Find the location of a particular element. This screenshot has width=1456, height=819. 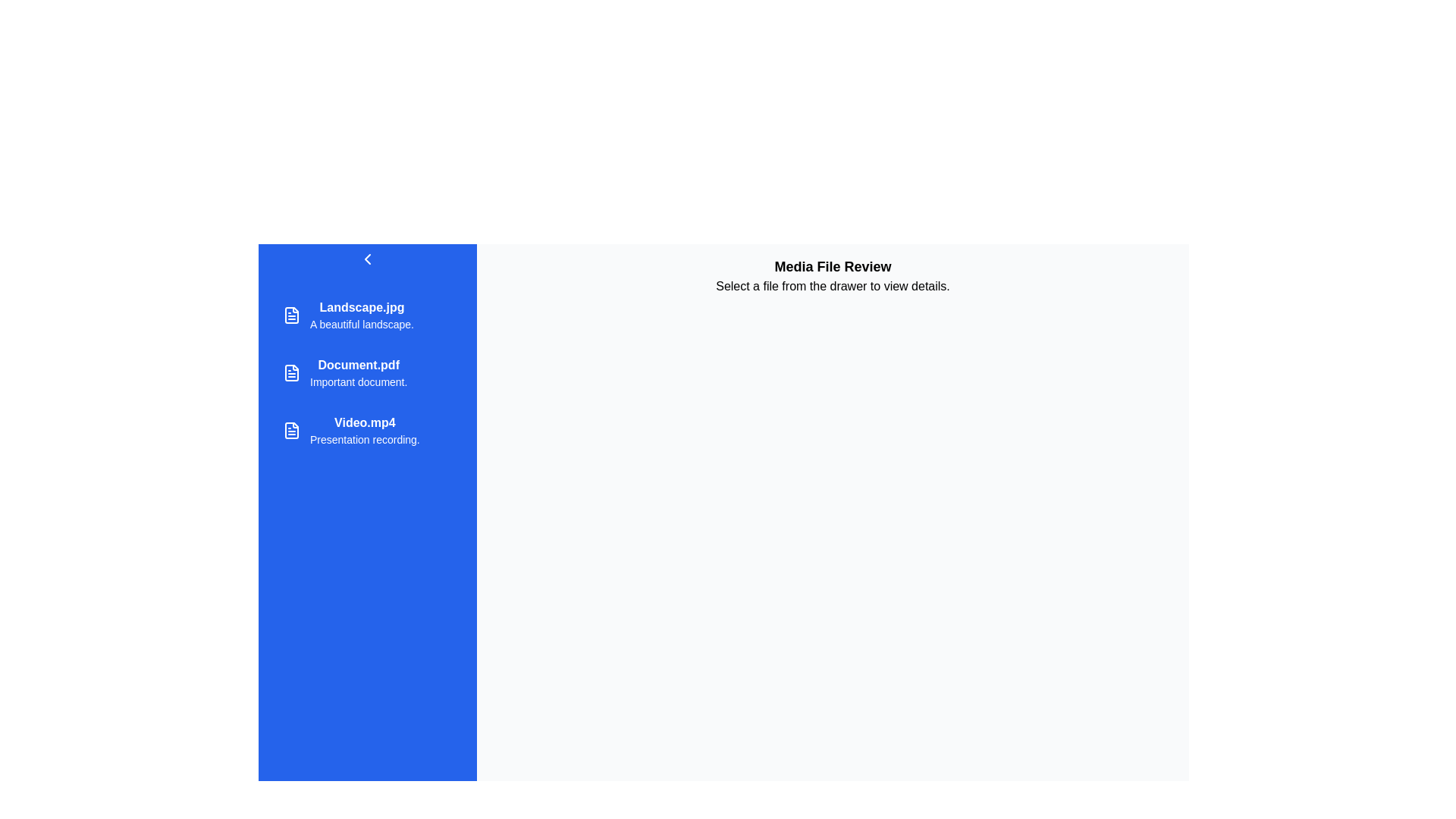

the text label displaying 'Presentation recording.' which is styled in white on a vivid blue background and is positioned below the title 'Video.mp4' in the vertical file list is located at coordinates (365, 439).